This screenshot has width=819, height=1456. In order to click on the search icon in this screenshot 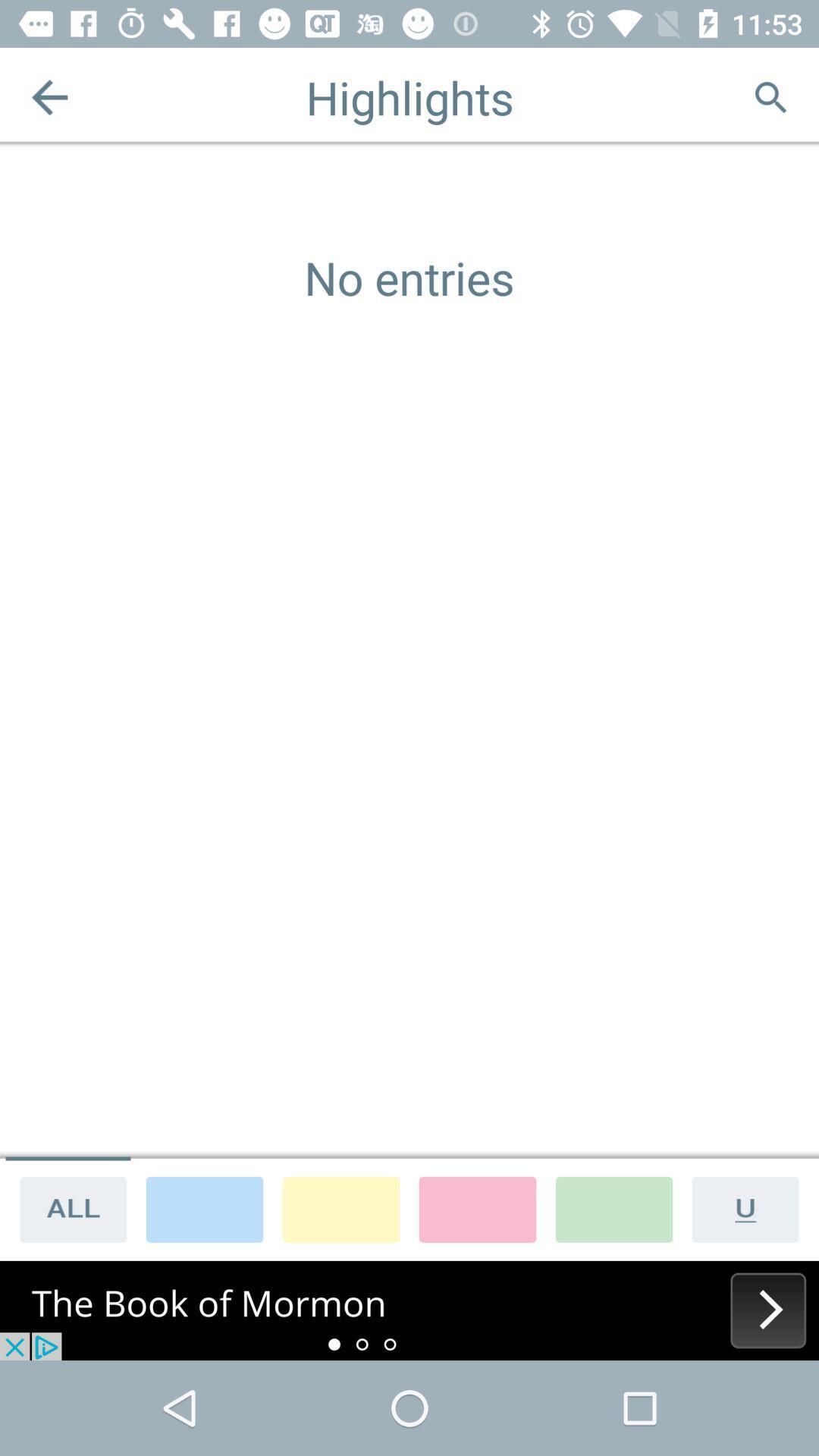, I will do `click(770, 96)`.